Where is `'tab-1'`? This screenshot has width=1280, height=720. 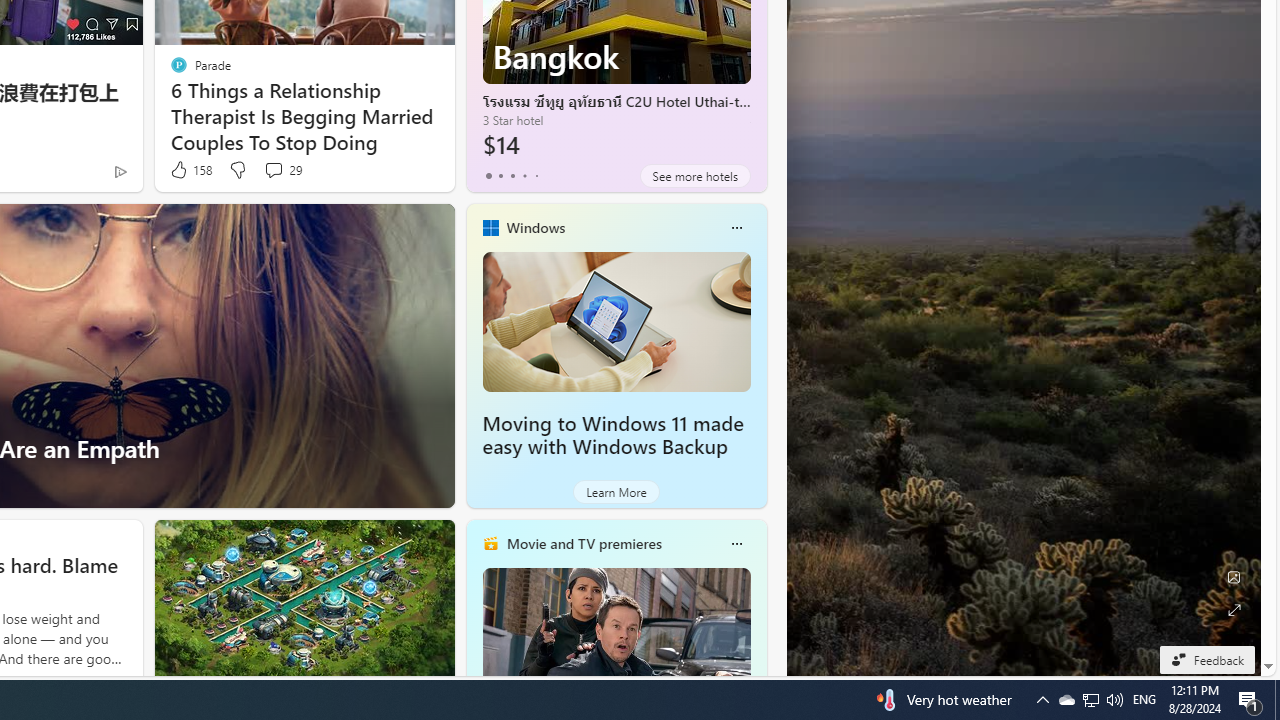 'tab-1' is located at coordinates (500, 175).